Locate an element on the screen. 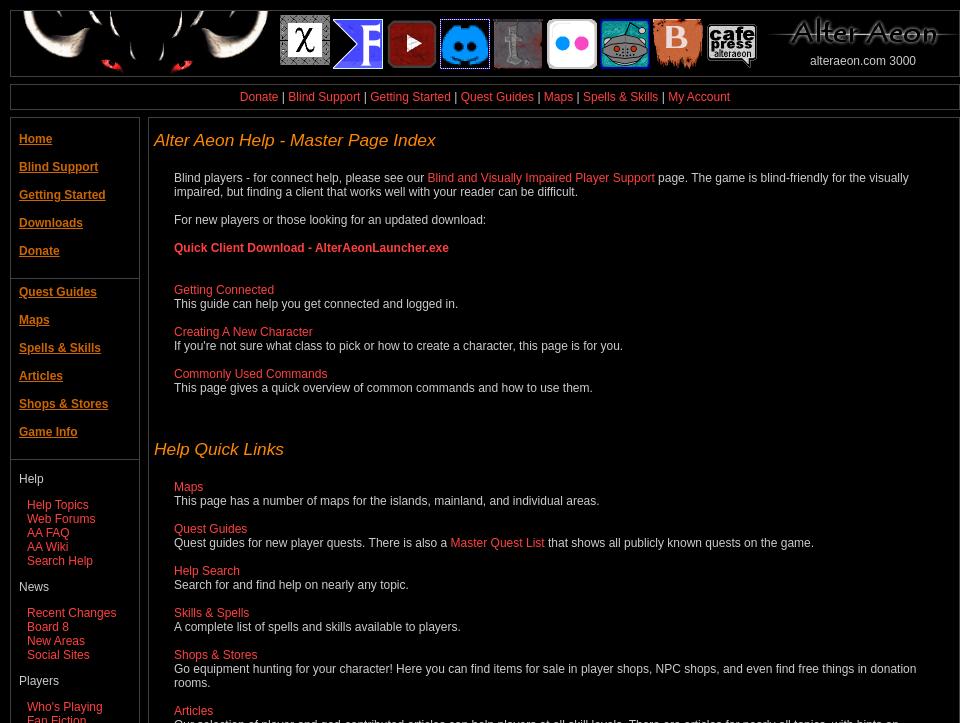  'alteraeon.com 3000' is located at coordinates (861, 61).